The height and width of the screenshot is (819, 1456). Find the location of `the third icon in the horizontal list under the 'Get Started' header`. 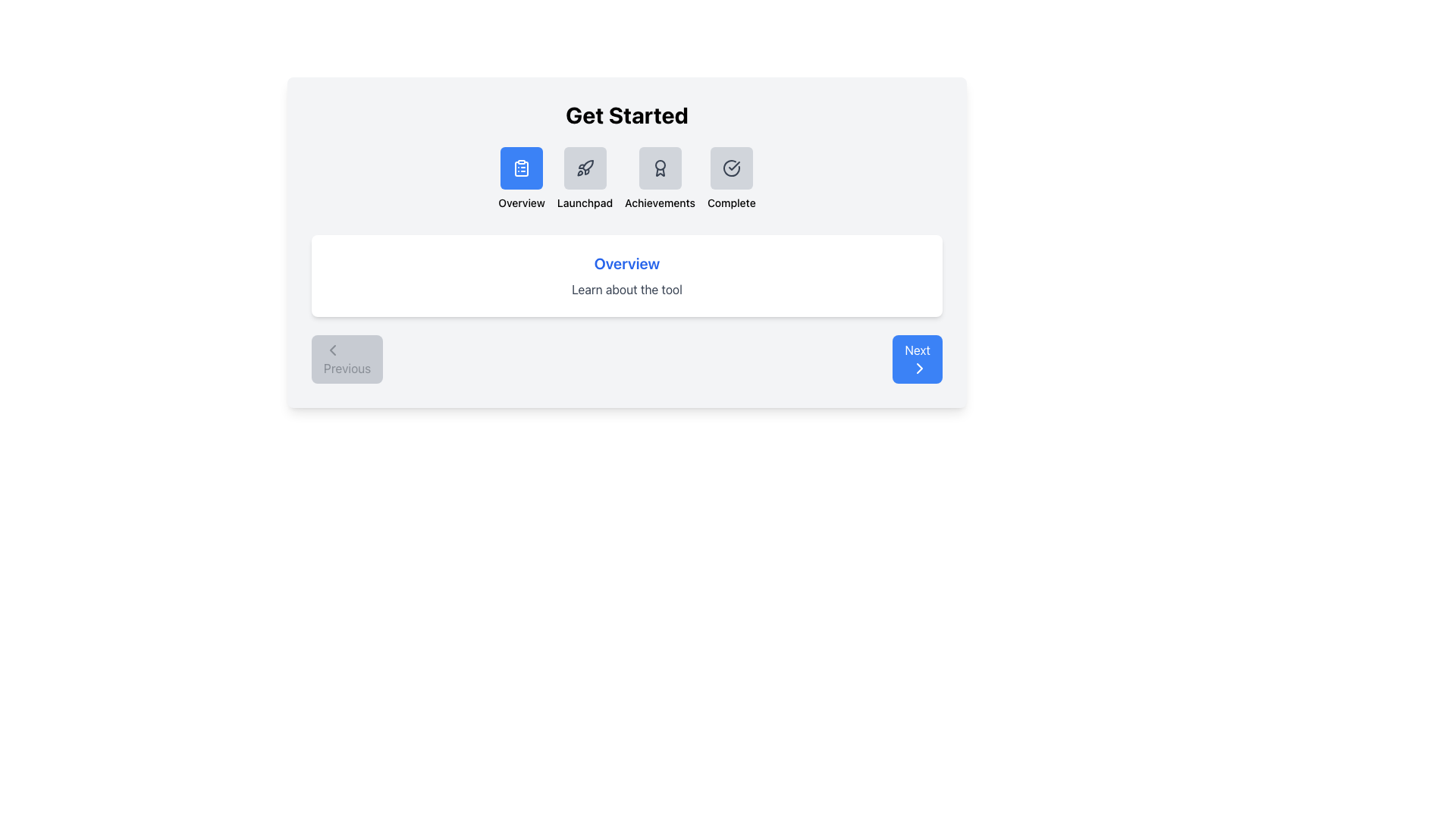

the third icon in the horizontal list under the 'Get Started' header is located at coordinates (660, 168).